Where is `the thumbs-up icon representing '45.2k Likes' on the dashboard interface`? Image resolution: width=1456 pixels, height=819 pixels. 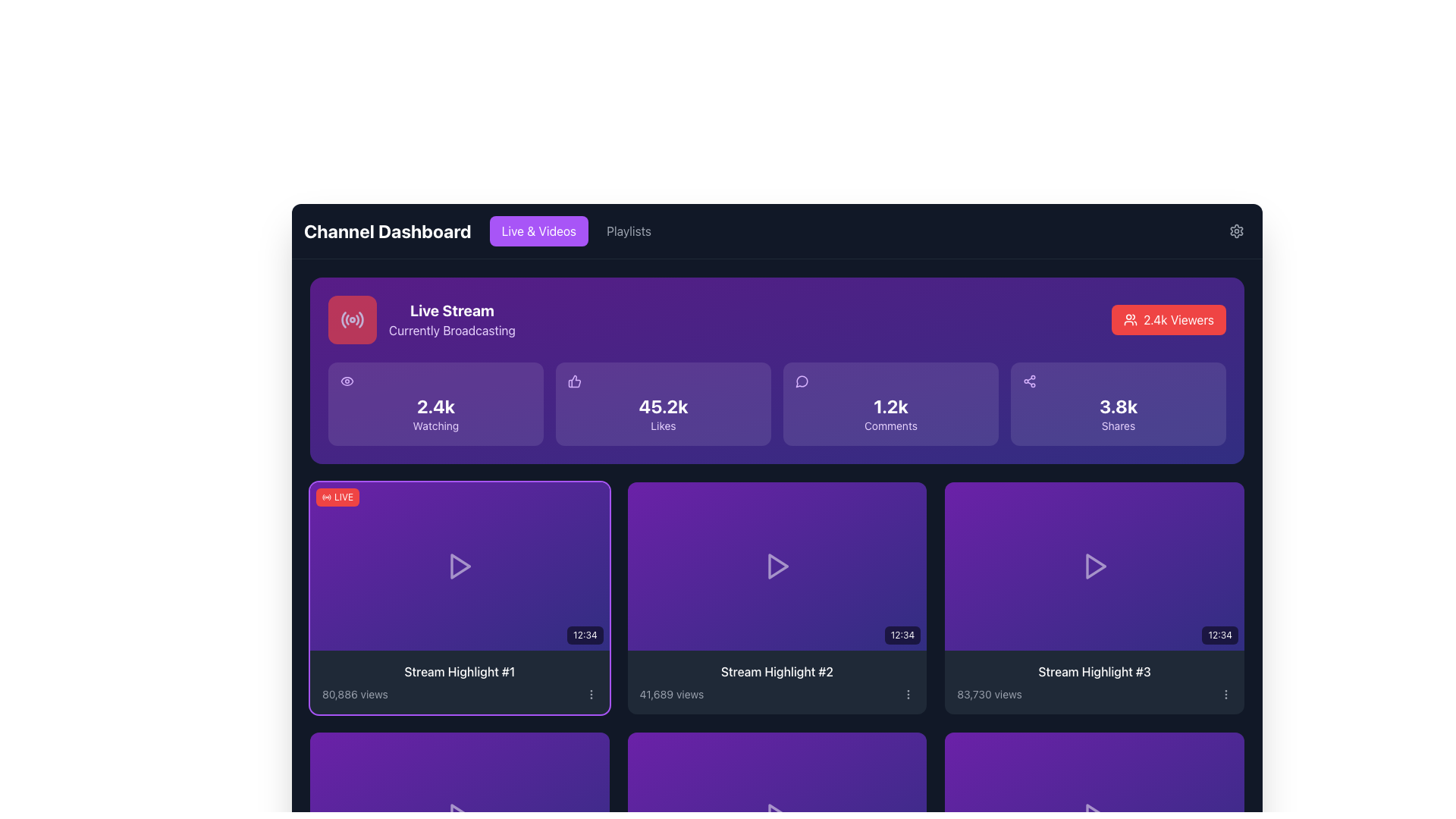 the thumbs-up icon representing '45.2k Likes' on the dashboard interface is located at coordinates (574, 380).